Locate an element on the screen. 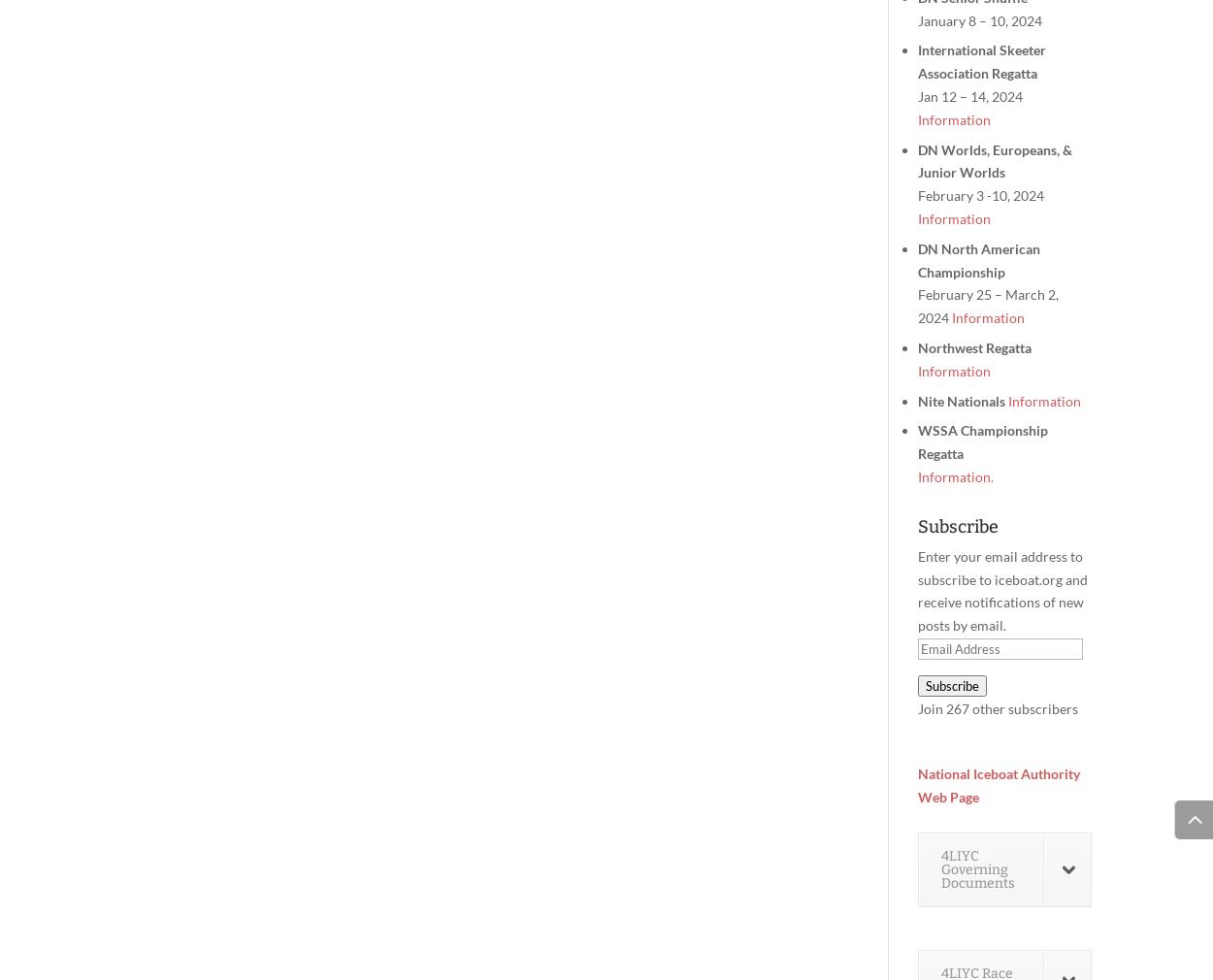 Image resolution: width=1213 pixels, height=980 pixels. 'Northwest Regatta' is located at coordinates (974, 346).